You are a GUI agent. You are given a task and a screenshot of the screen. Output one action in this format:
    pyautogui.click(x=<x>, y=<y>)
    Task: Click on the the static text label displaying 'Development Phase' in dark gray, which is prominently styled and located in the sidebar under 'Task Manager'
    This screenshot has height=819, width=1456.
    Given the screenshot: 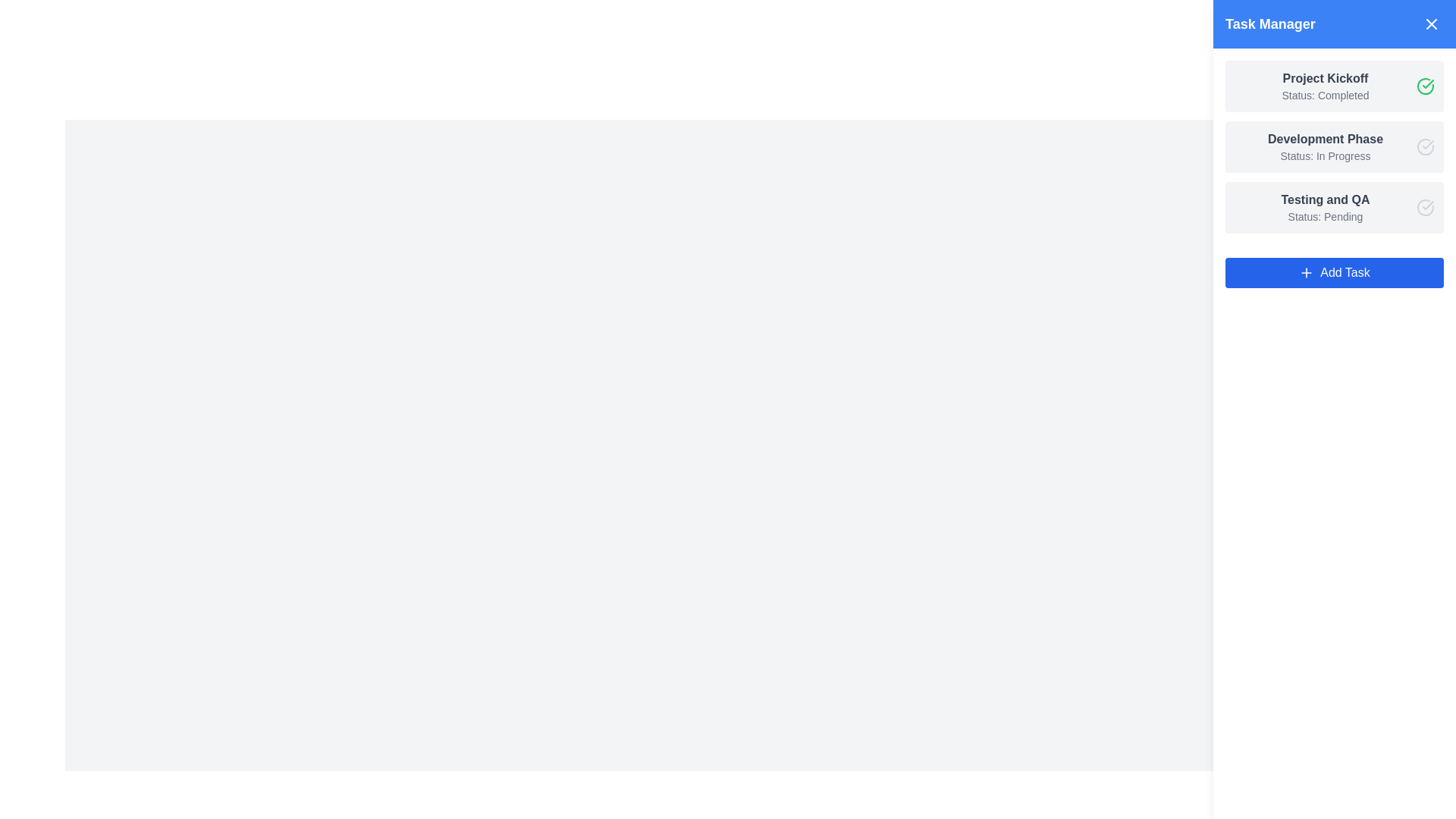 What is the action you would take?
    pyautogui.click(x=1324, y=140)
    